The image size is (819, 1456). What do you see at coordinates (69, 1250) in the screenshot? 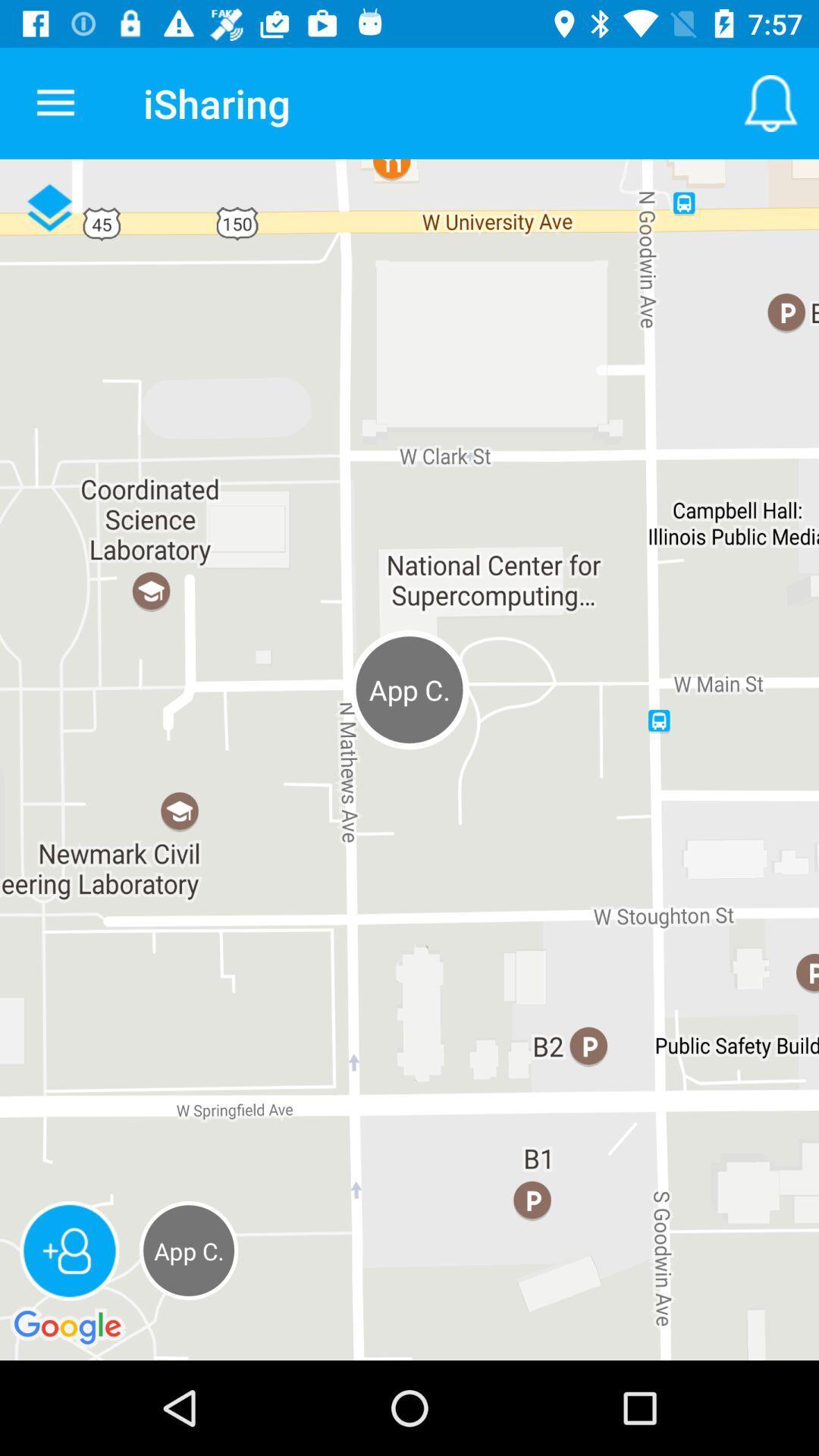
I see `the follow icon` at bounding box center [69, 1250].